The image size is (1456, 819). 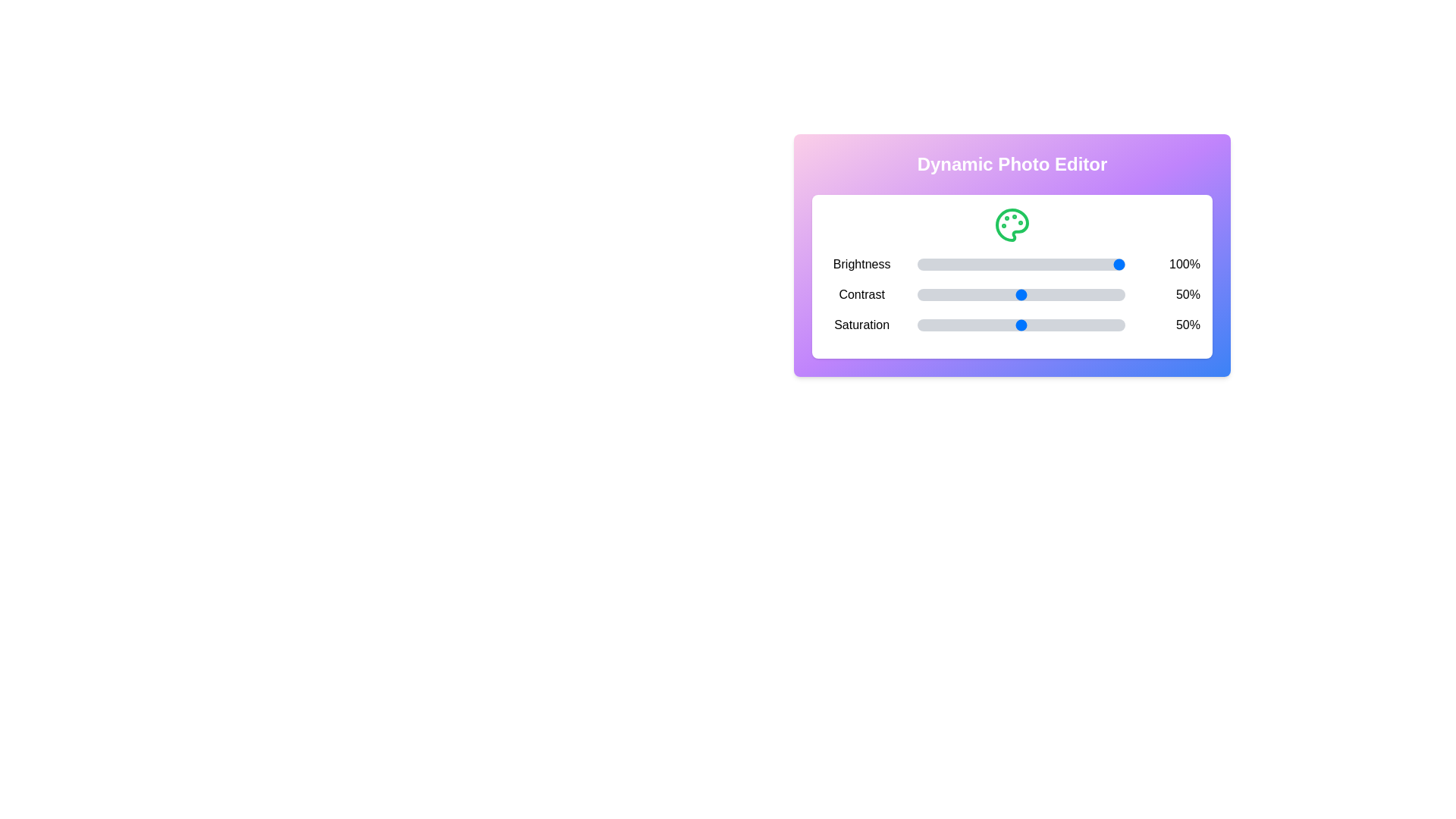 I want to click on the Contrast slider to set its value to 83, so click(x=1089, y=295).